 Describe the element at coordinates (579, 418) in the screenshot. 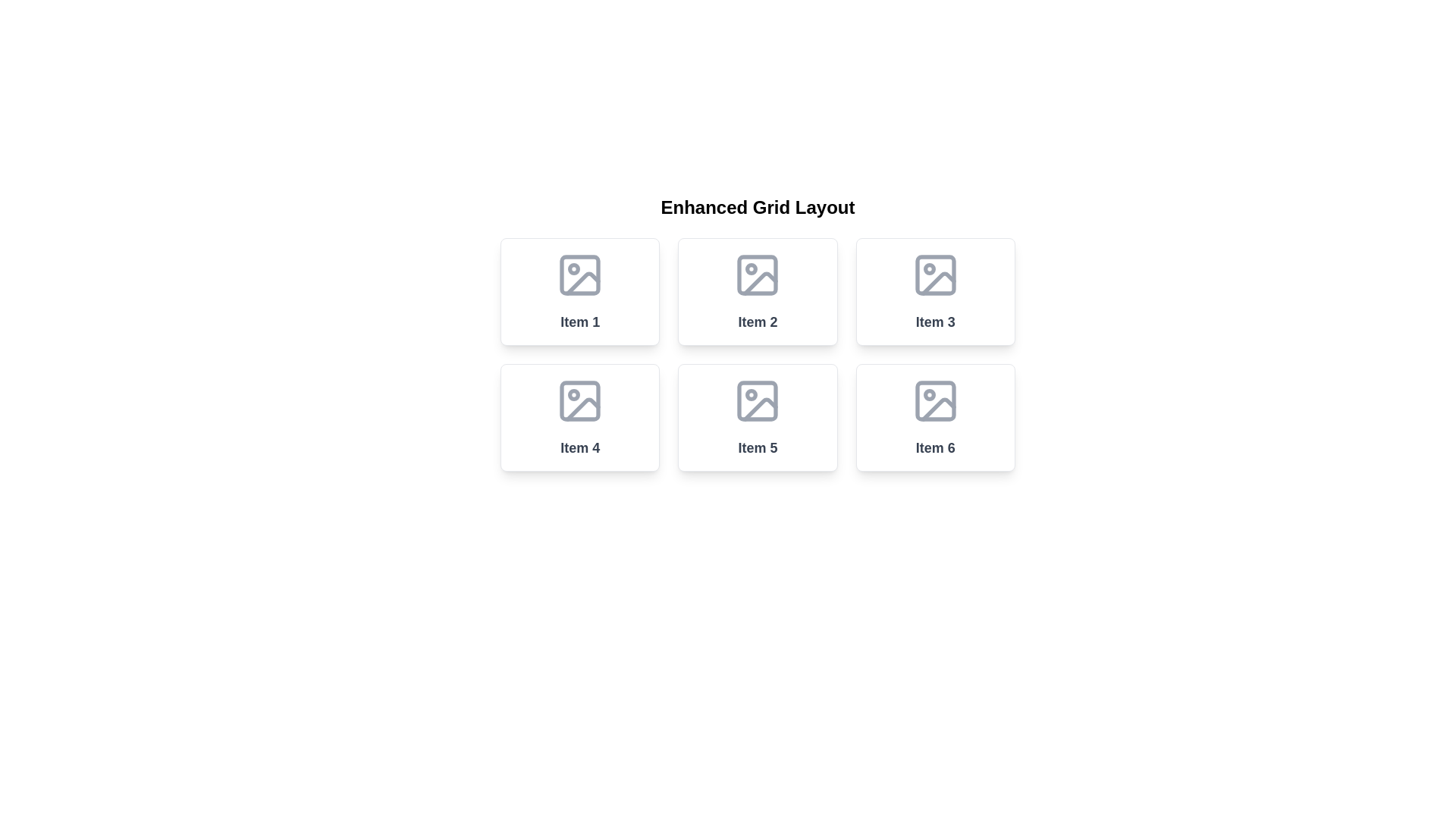

I see `the rectangular card with a white background and gray border, which displays the text 'Item 4' and an image placeholder icon at the top center` at that location.